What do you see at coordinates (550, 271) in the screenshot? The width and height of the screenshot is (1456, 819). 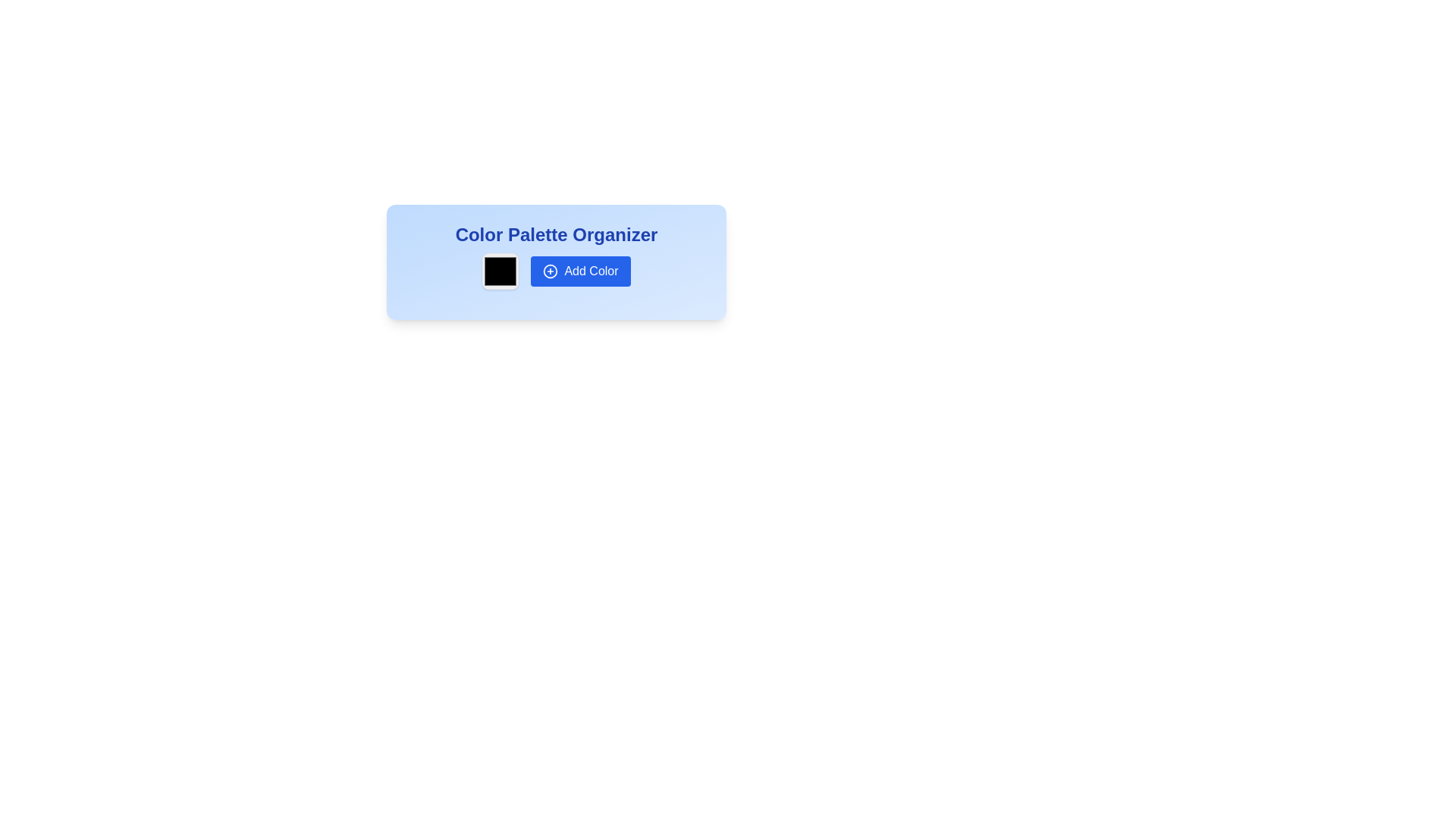 I see `the circular plus icon within the blue 'Add Color' button in the 'Color Palette Organizer' module` at bounding box center [550, 271].